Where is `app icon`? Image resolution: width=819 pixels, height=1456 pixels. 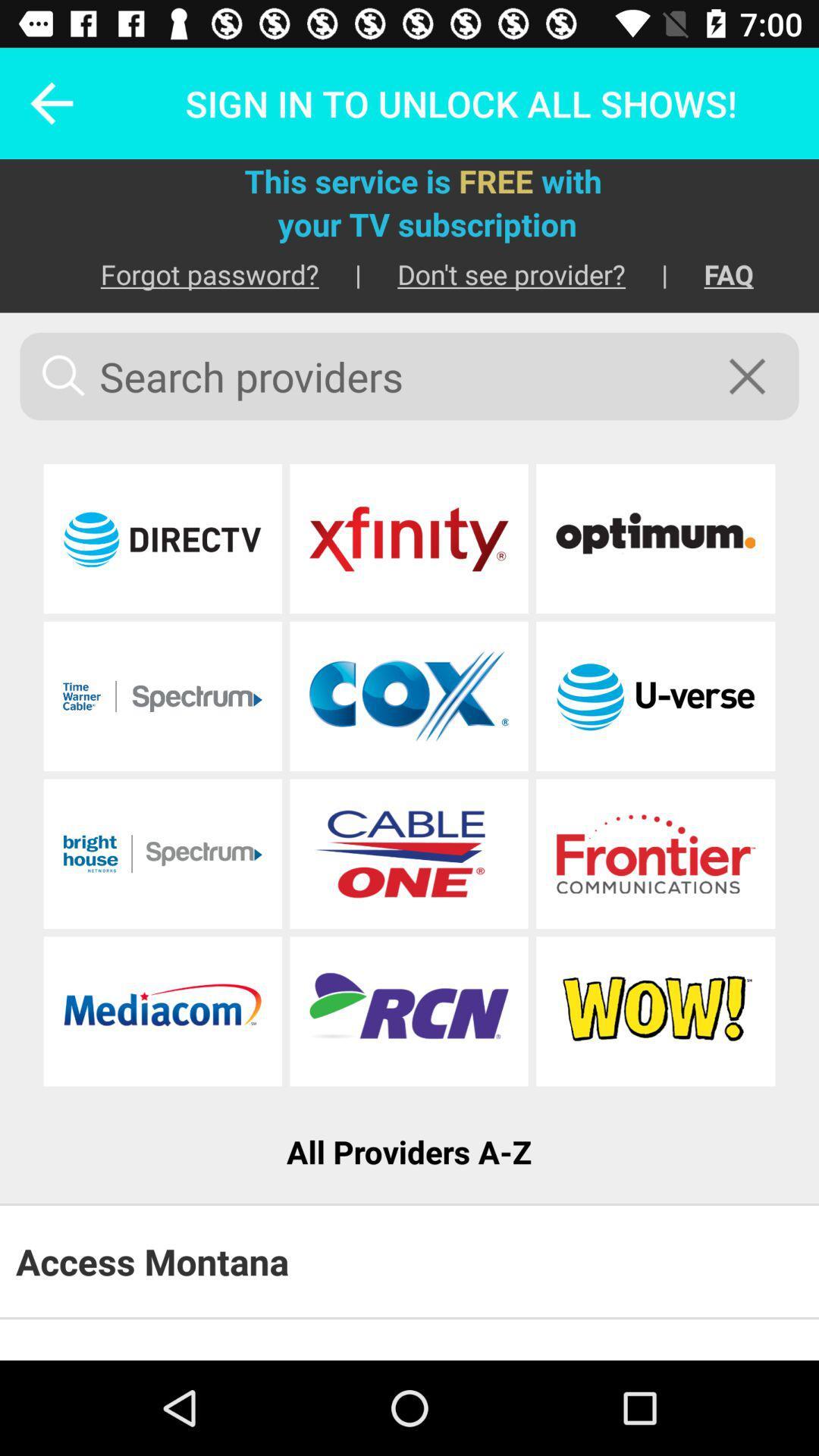 app icon is located at coordinates (654, 1011).